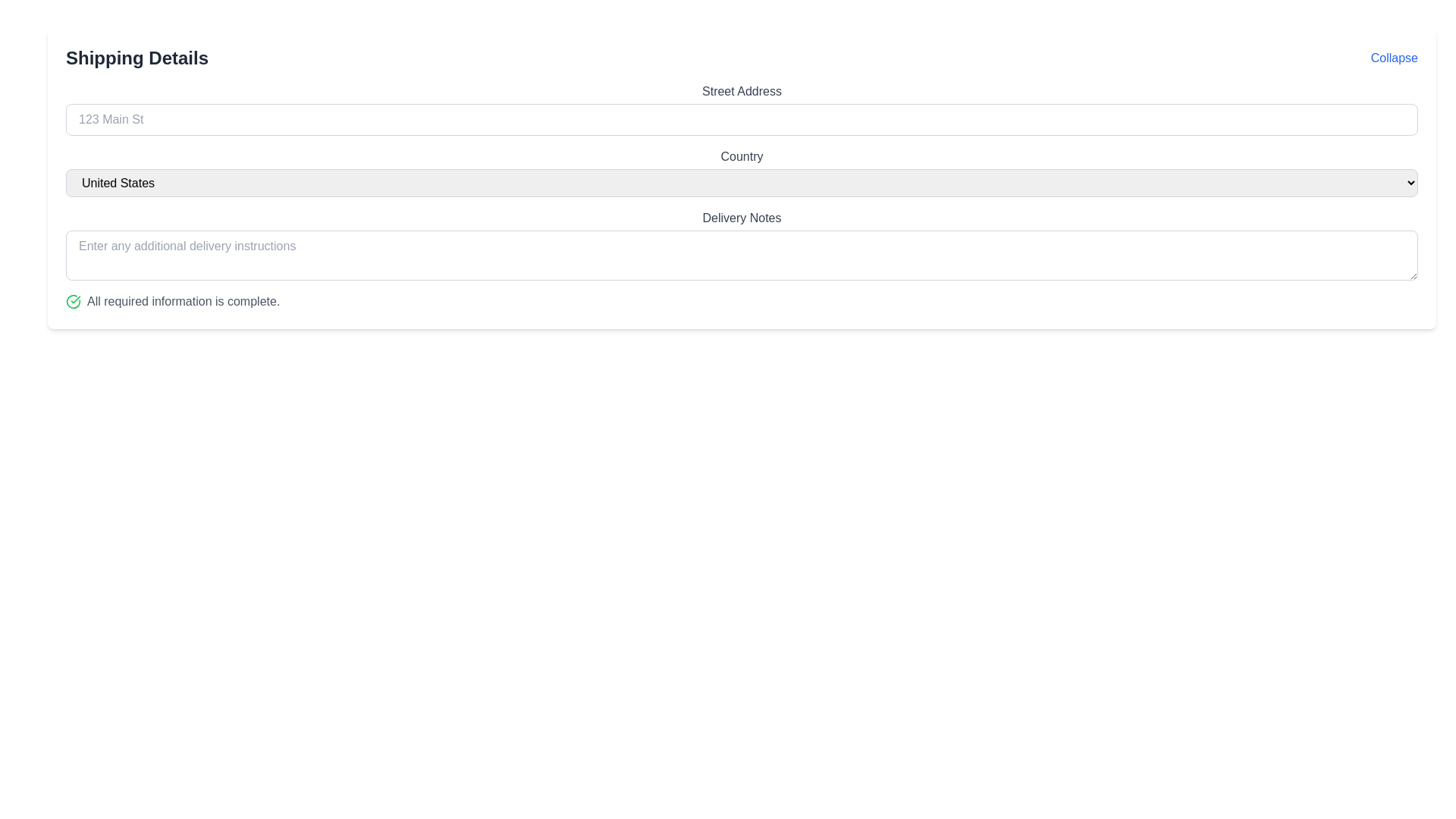  Describe the element at coordinates (183, 301) in the screenshot. I see `the informational text label confirming that all necessary information has been correctly filled out in the form, which is aligned to the left and positioned below the main shipping details form, next to a green checkmark icon` at that location.